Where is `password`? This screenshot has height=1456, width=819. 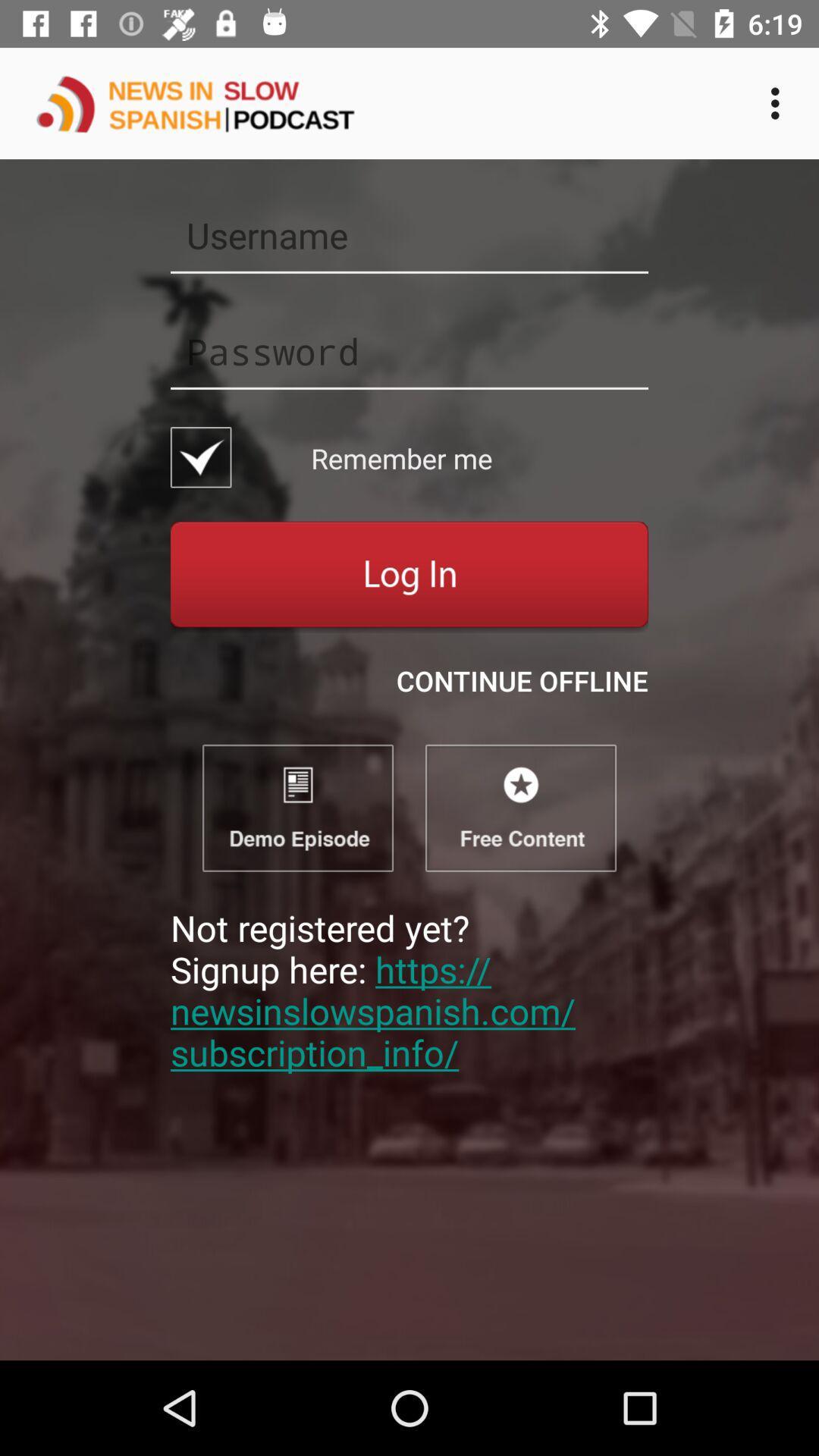 password is located at coordinates (409, 350).